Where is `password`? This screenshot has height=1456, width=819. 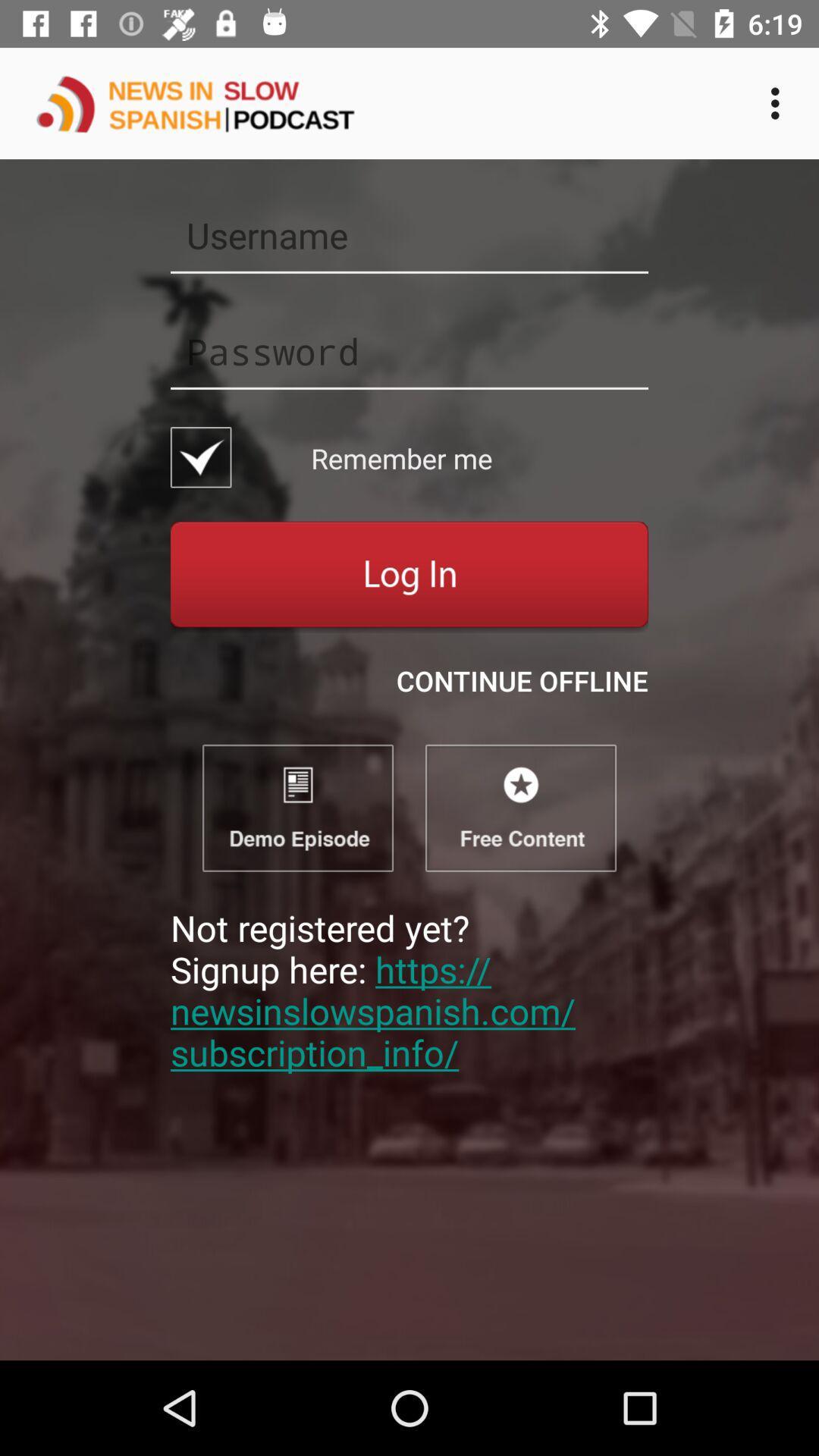 password is located at coordinates (409, 350).